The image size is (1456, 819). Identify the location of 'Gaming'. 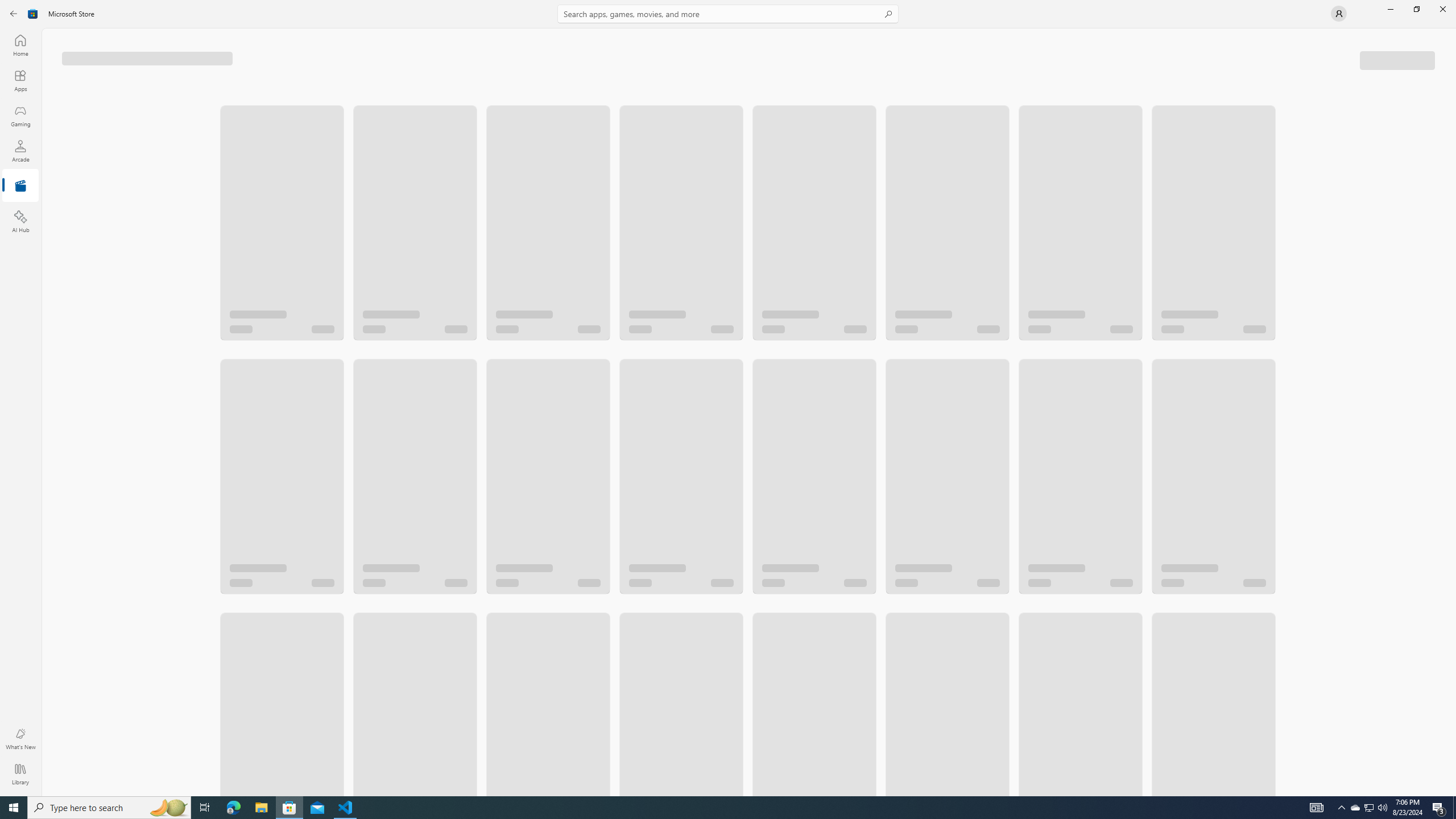
(19, 115).